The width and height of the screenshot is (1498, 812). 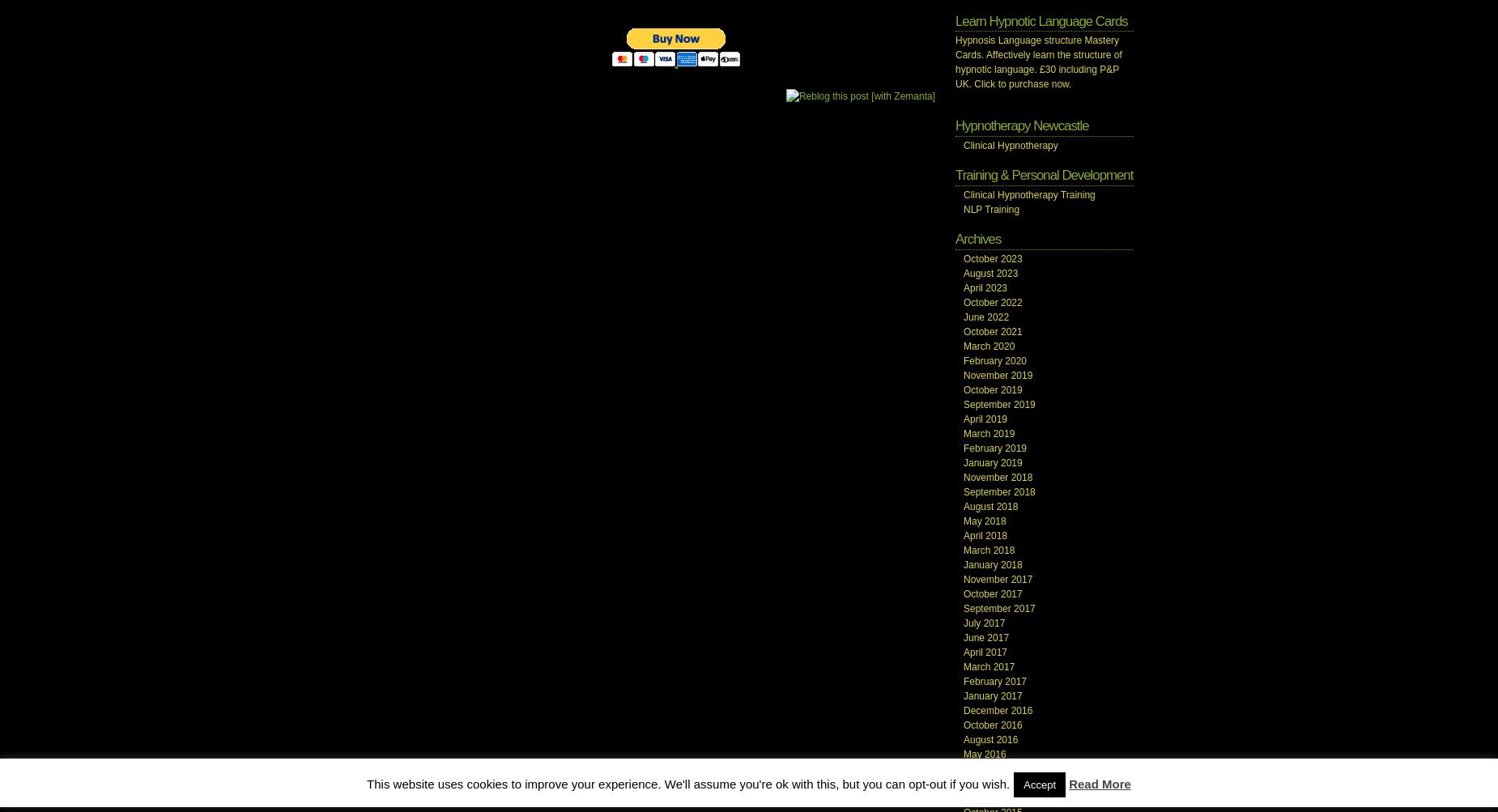 I want to click on 'Hypnotherapy Newcastle', so click(x=954, y=125).